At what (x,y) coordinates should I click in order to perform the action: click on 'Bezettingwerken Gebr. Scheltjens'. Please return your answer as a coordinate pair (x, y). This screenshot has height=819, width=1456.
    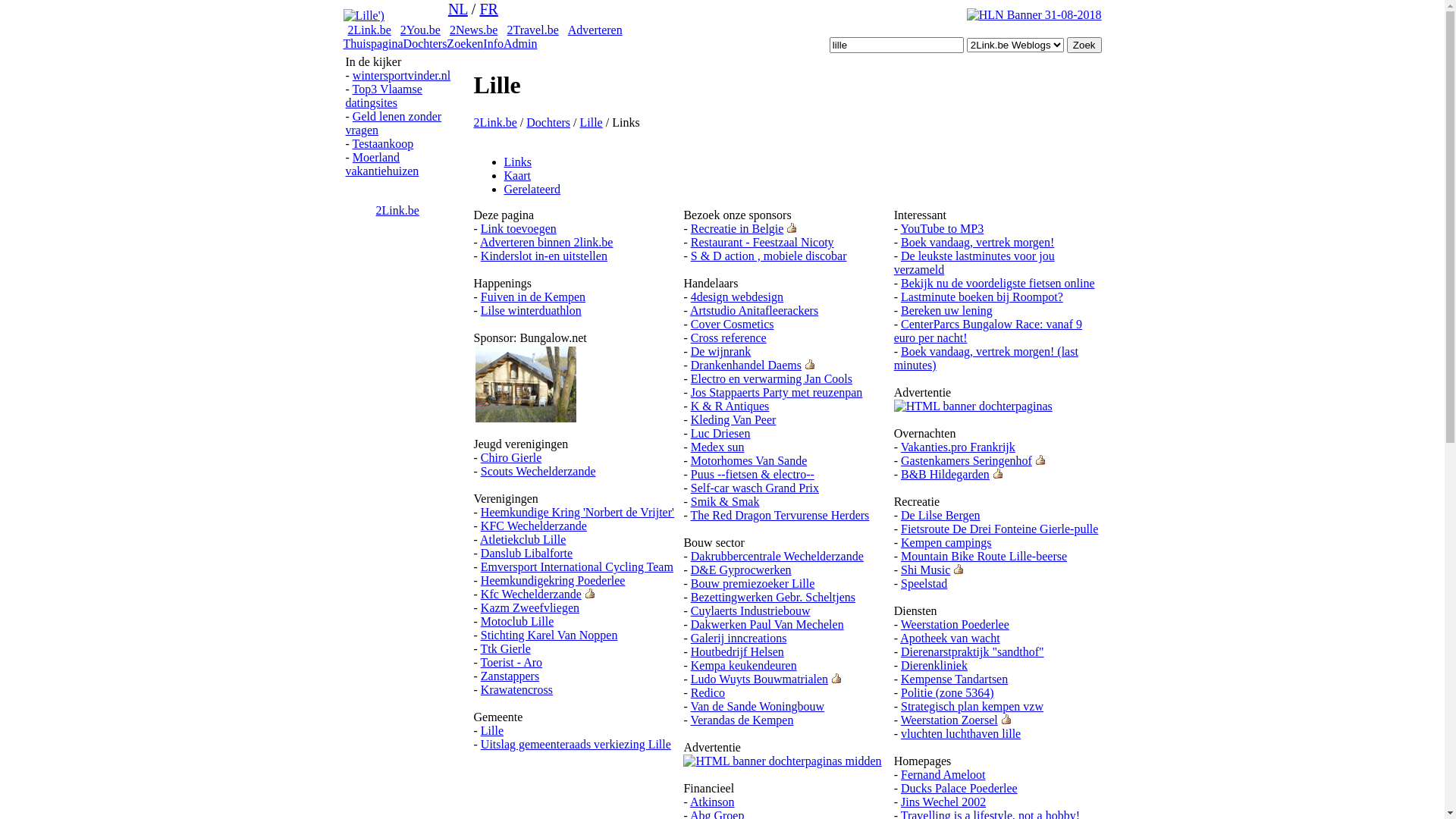
    Looking at the image, I should click on (773, 596).